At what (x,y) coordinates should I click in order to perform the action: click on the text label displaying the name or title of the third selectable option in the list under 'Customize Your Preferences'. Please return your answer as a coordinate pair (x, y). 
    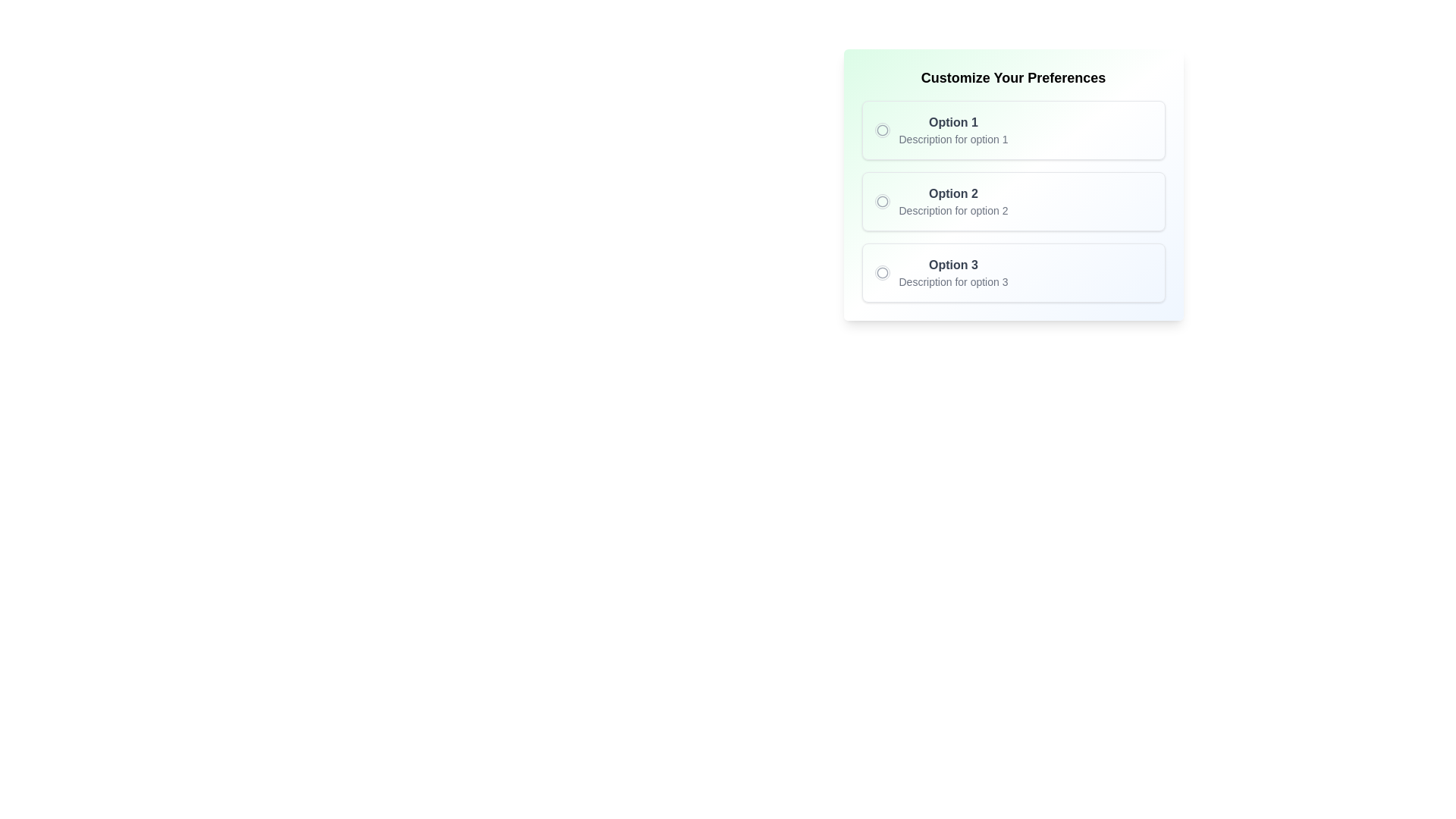
    Looking at the image, I should click on (952, 265).